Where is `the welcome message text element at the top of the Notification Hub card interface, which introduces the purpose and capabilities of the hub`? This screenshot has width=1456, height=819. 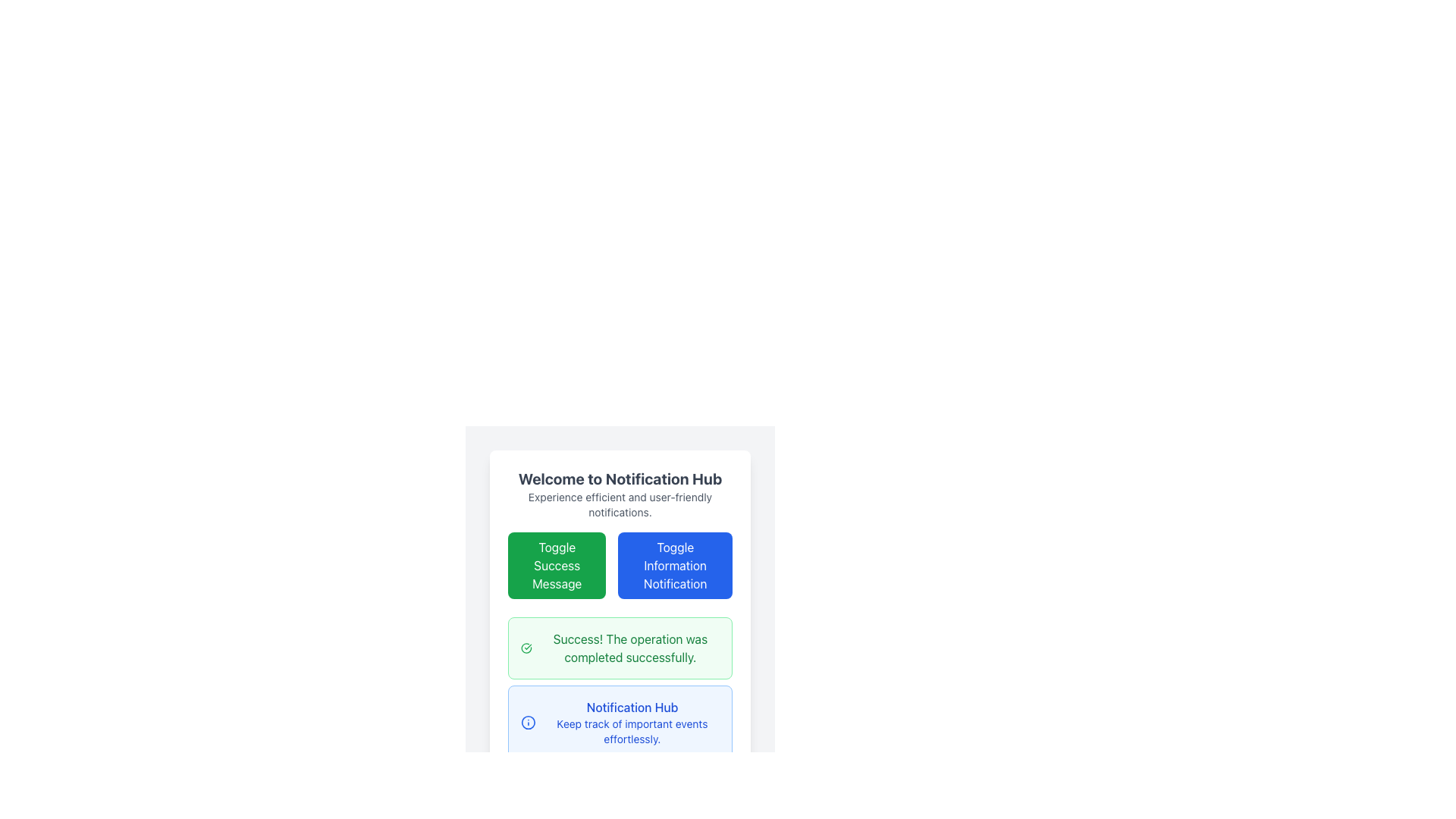
the welcome message text element at the top of the Notification Hub card interface, which introduces the purpose and capabilities of the hub is located at coordinates (620, 494).